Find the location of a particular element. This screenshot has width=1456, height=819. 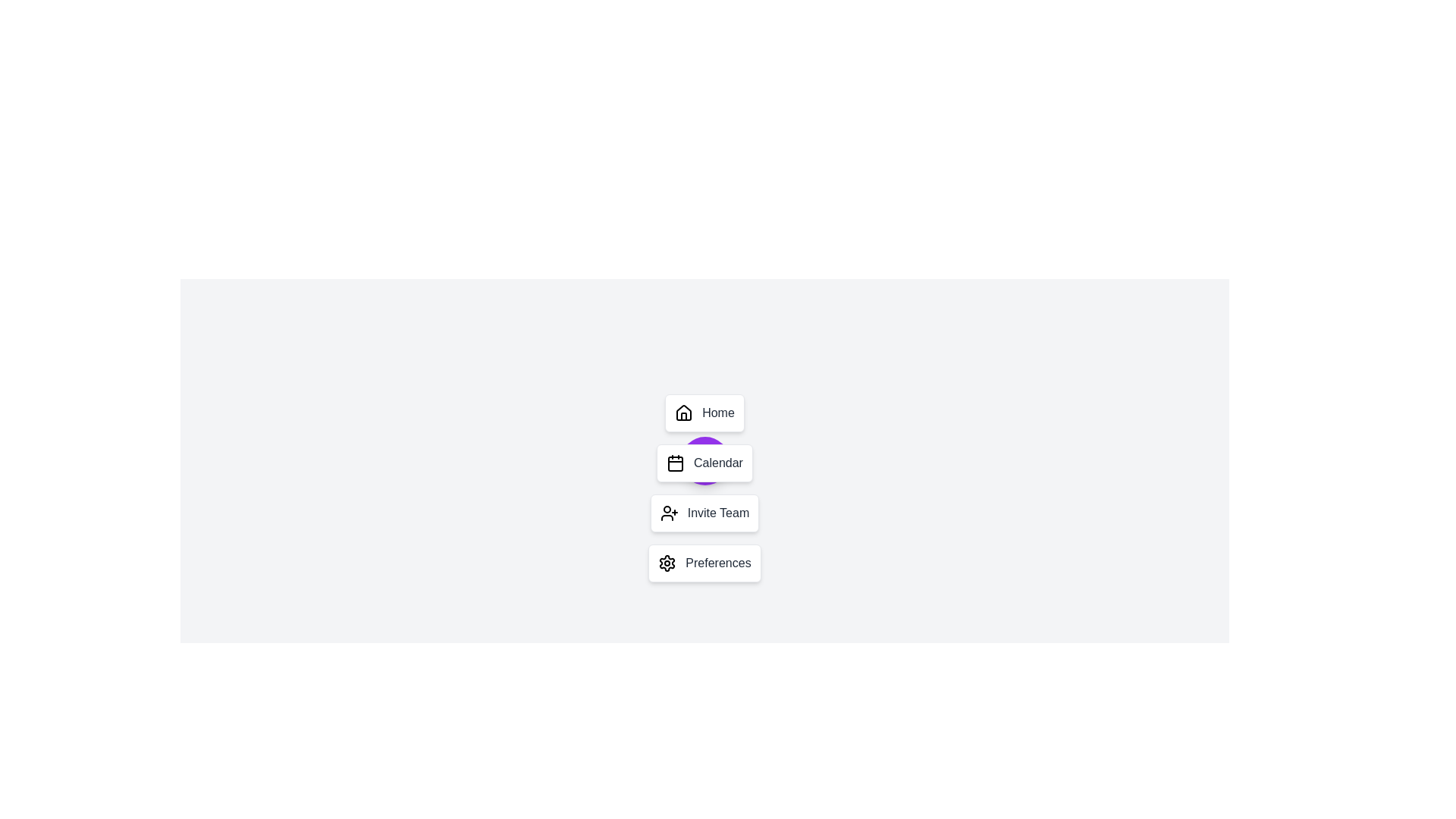

the 'Invite Team' text label, which is part of a vertical menu list and located within the third button from the top, right of the user-plus icon is located at coordinates (717, 513).